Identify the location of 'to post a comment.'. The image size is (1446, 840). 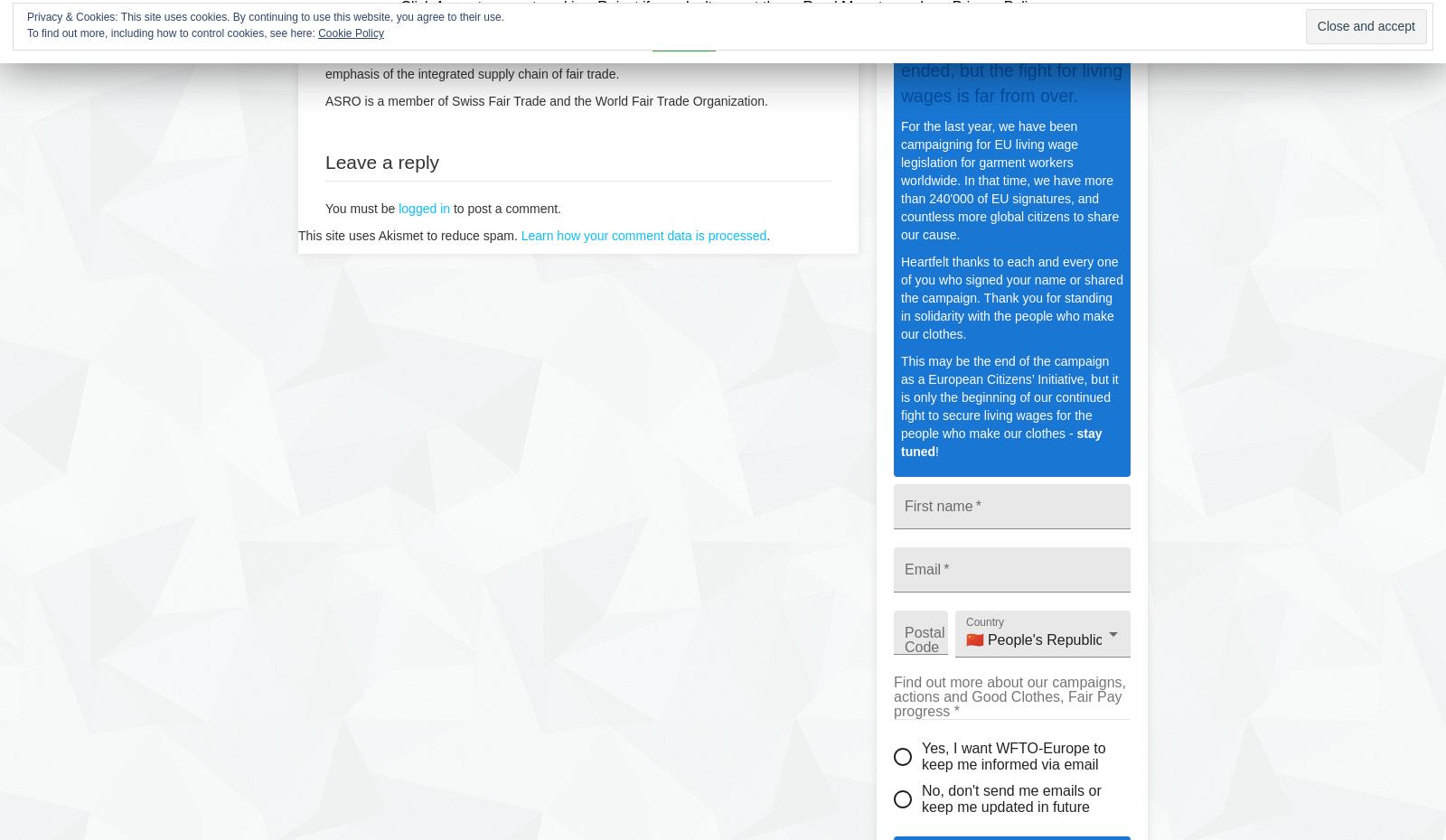
(504, 208).